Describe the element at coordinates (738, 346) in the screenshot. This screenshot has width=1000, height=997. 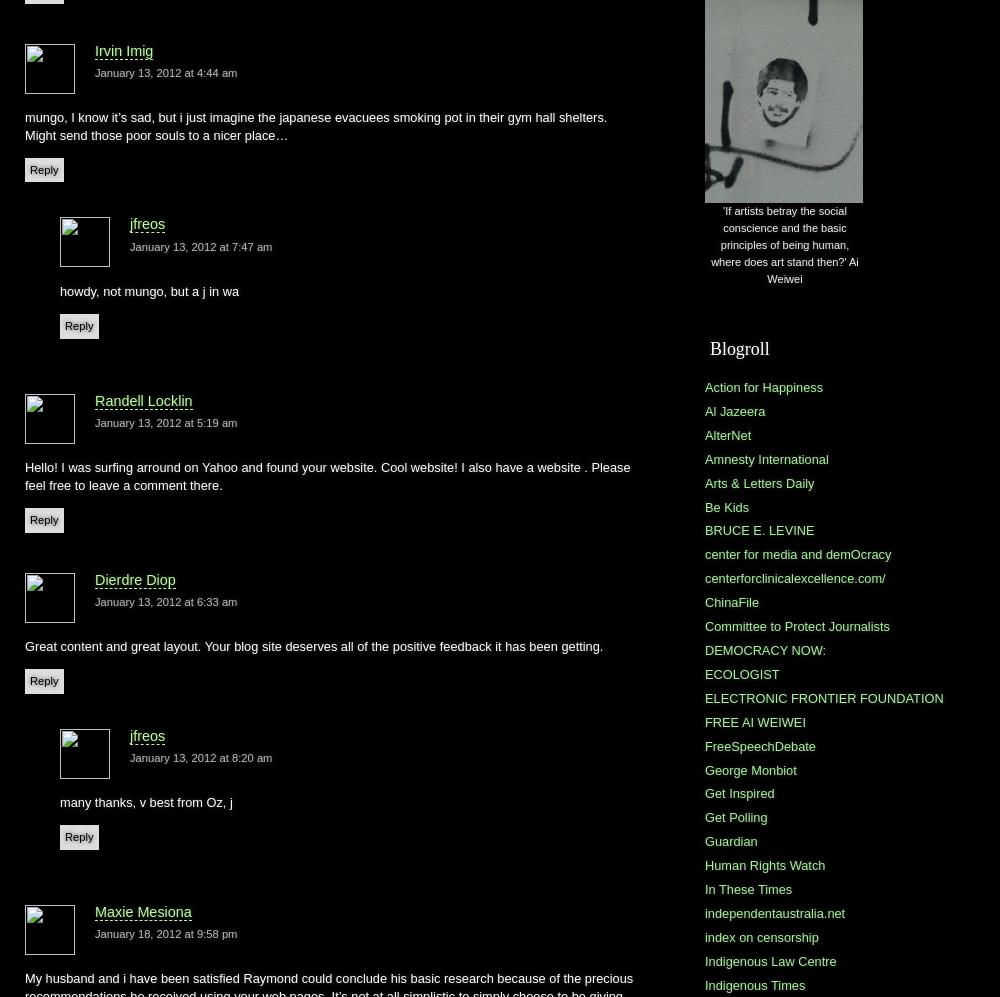
I see `'Blogroll'` at that location.